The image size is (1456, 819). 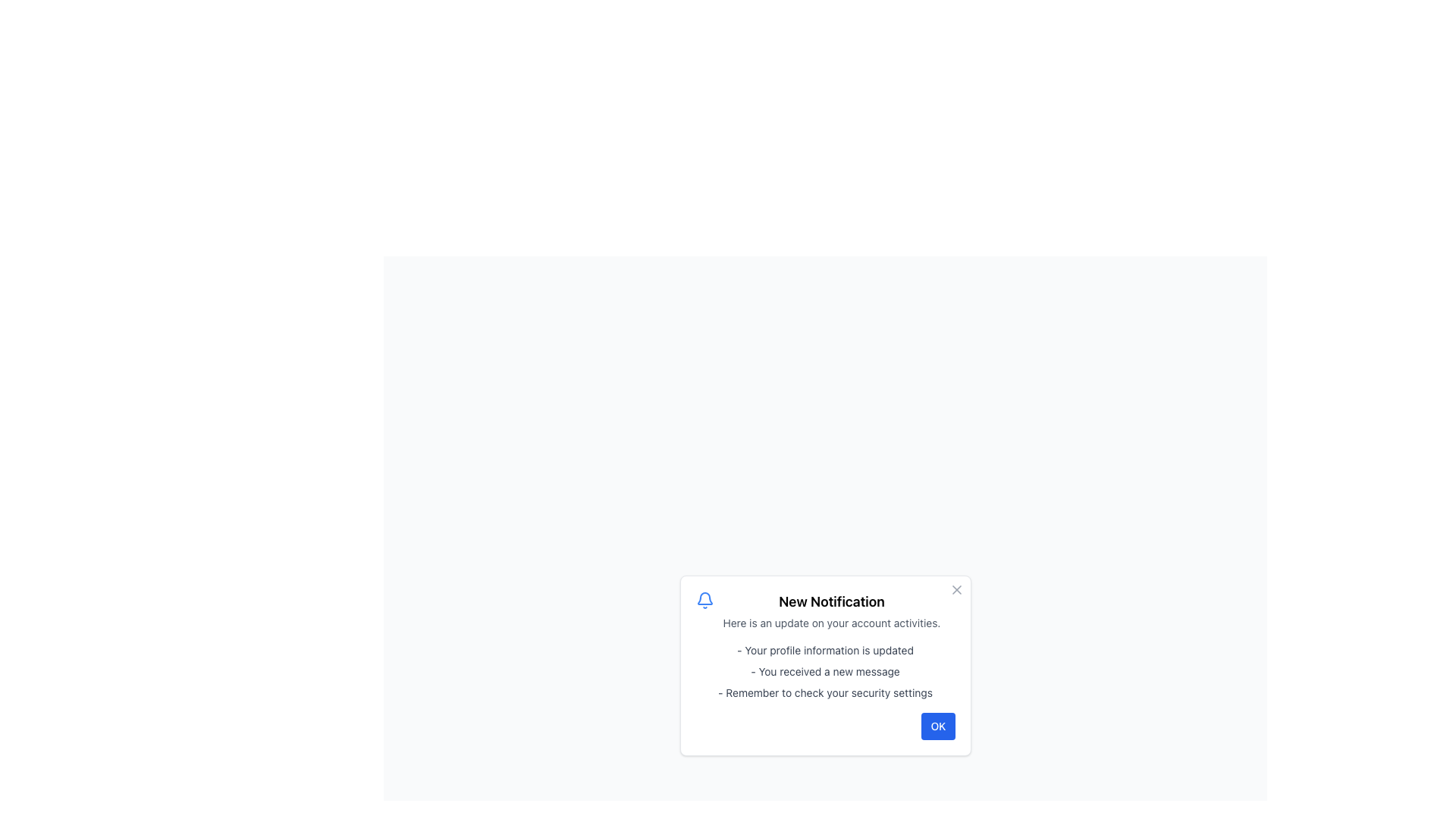 What do you see at coordinates (830, 623) in the screenshot?
I see `the text block that provides a summary of recent activities or updates within the notification modal, located directly below the 'New Notification' header` at bounding box center [830, 623].